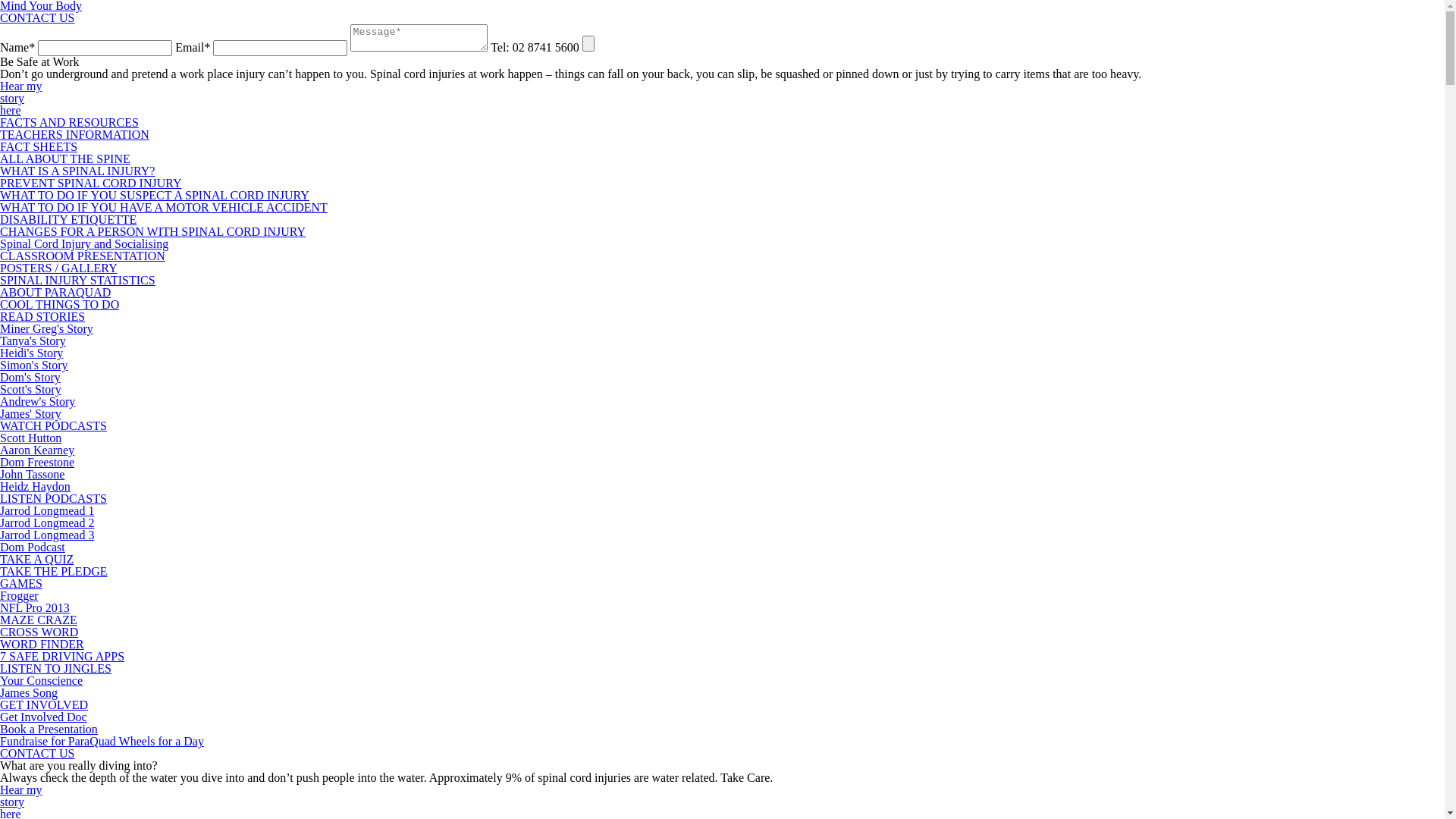 This screenshot has height=819, width=1456. I want to click on 'SPINAL INJURY STATISTICS', so click(77, 280).